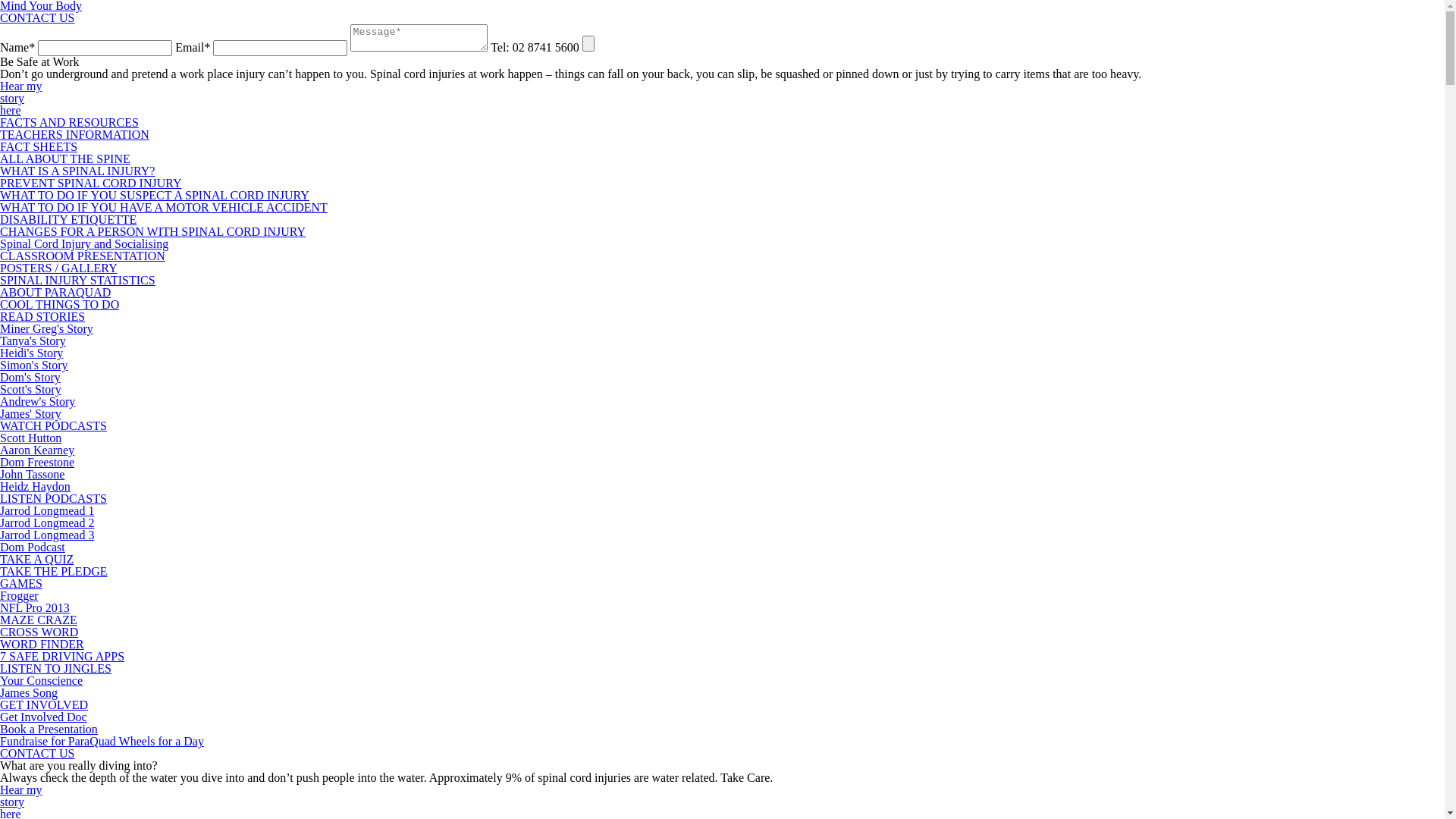 This screenshot has height=819, width=1456. I want to click on 'SPINAL INJURY STATISTICS', so click(77, 280).